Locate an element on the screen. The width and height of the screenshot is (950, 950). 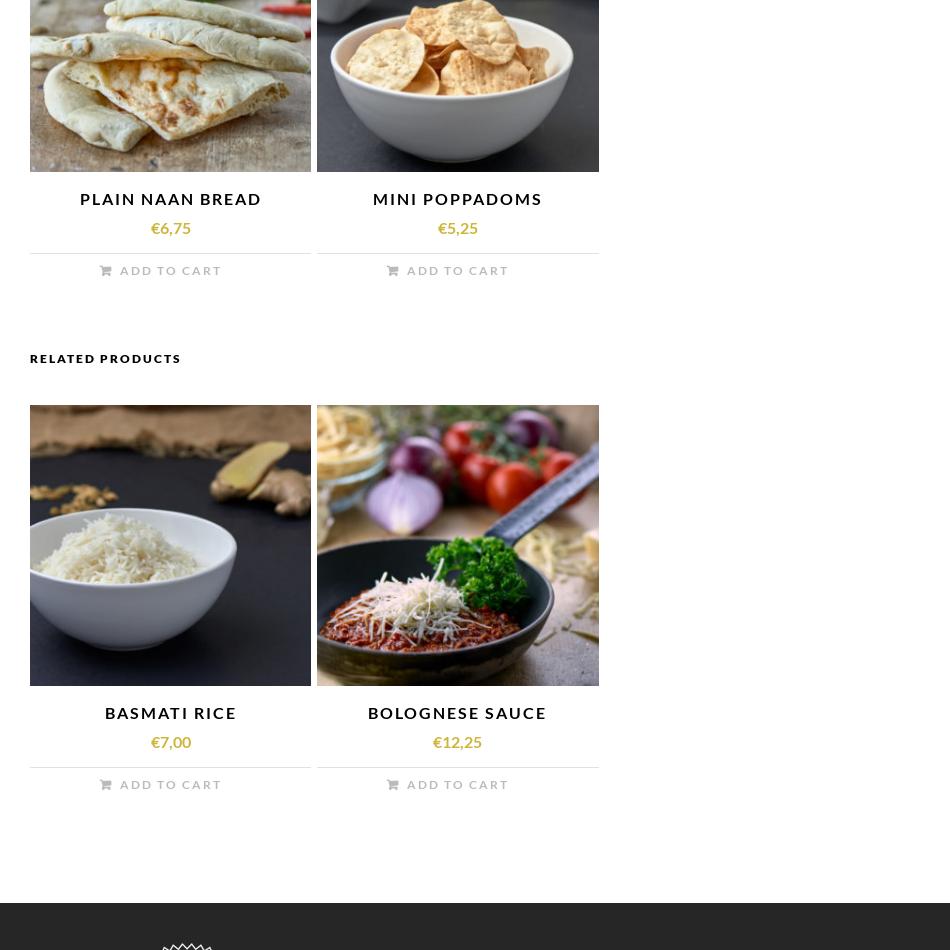
'5,25' is located at coordinates (445, 226).